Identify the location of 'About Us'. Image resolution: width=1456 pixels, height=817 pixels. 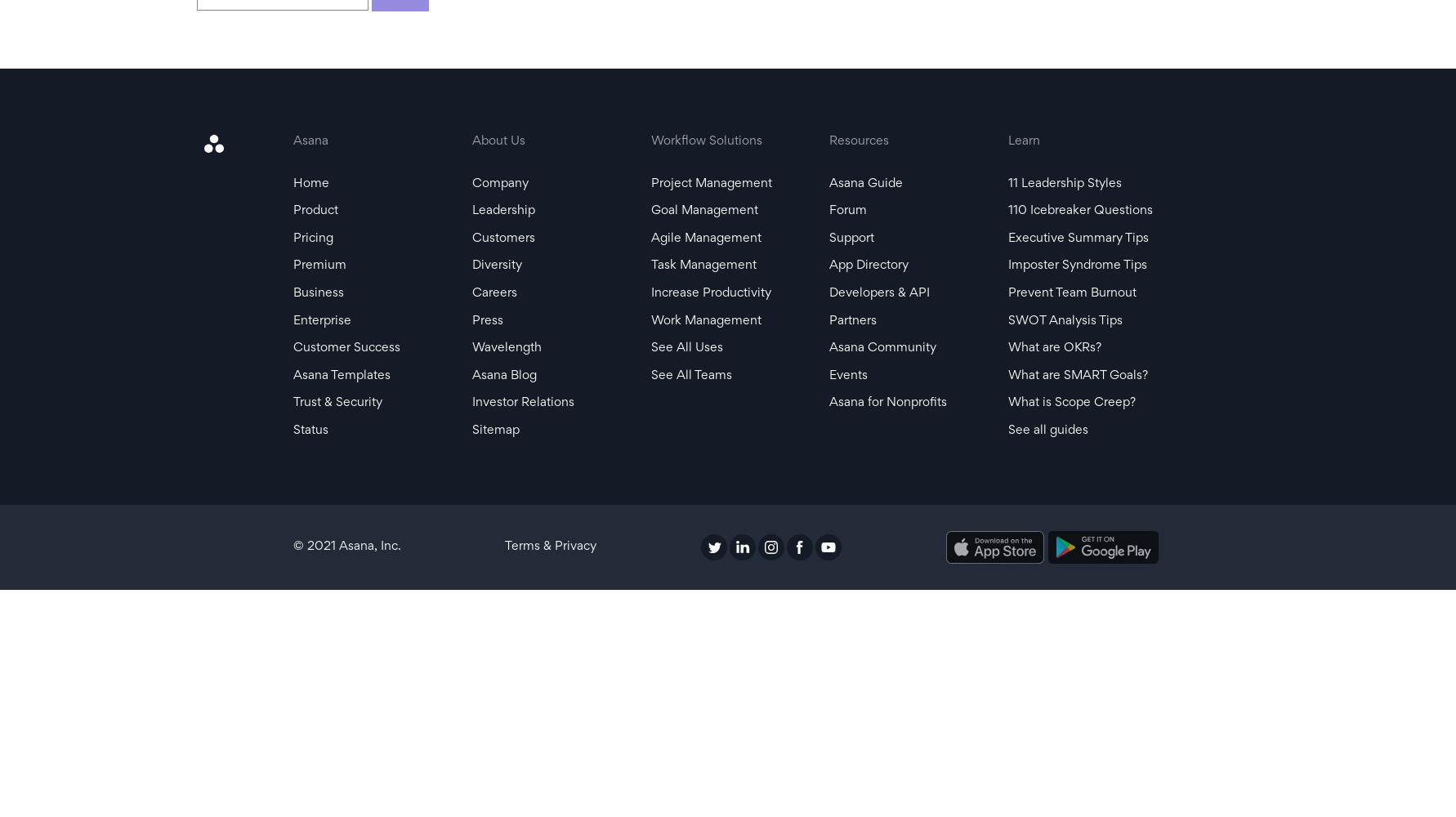
(498, 141).